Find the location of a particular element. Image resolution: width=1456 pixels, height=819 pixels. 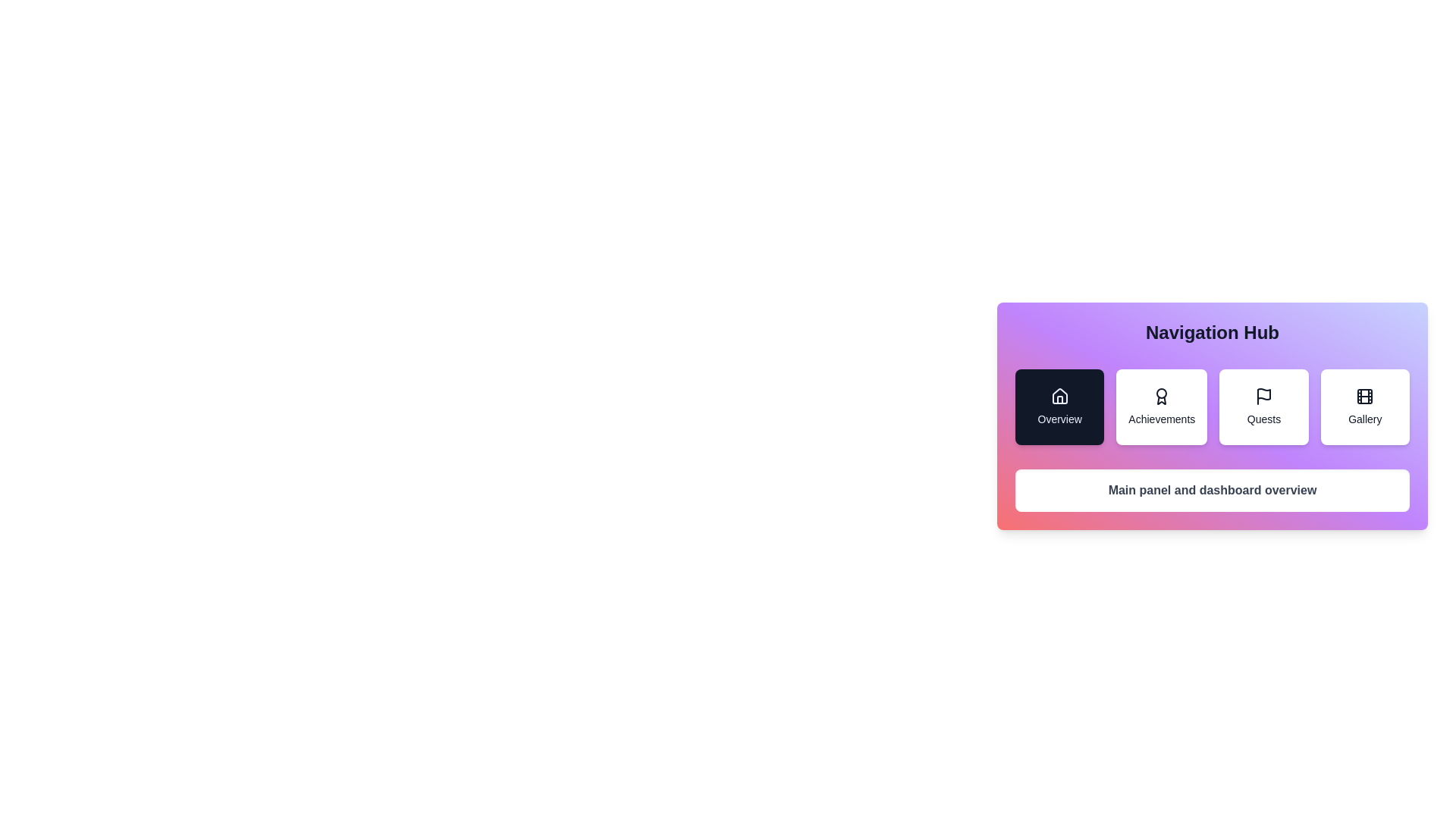

the 'Achievements' button, which is the second button from the left in the navigation section, featuring an award icon above the text 'Achievements' is located at coordinates (1161, 406).